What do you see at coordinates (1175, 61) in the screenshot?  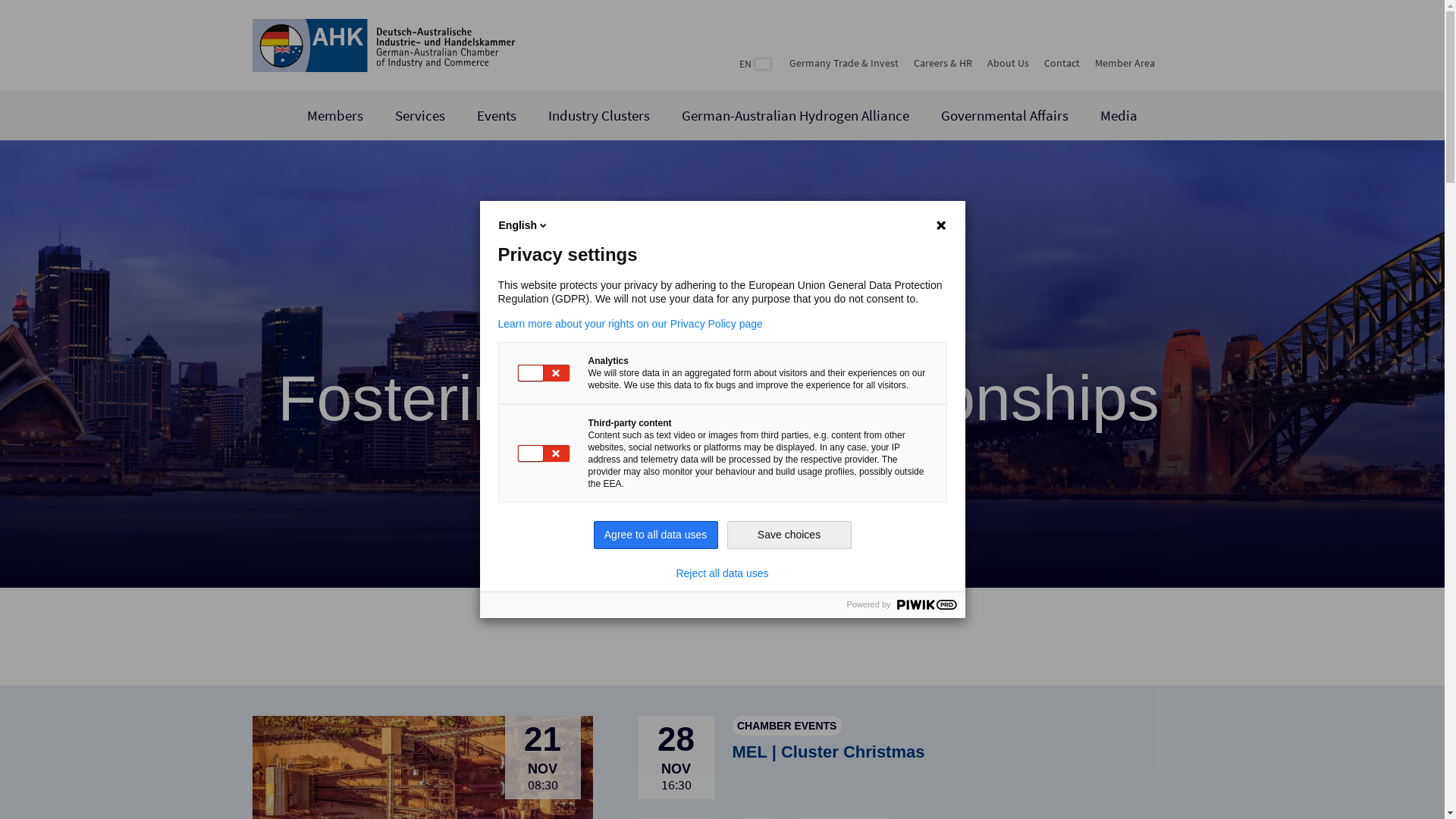 I see `'suchen'` at bounding box center [1175, 61].